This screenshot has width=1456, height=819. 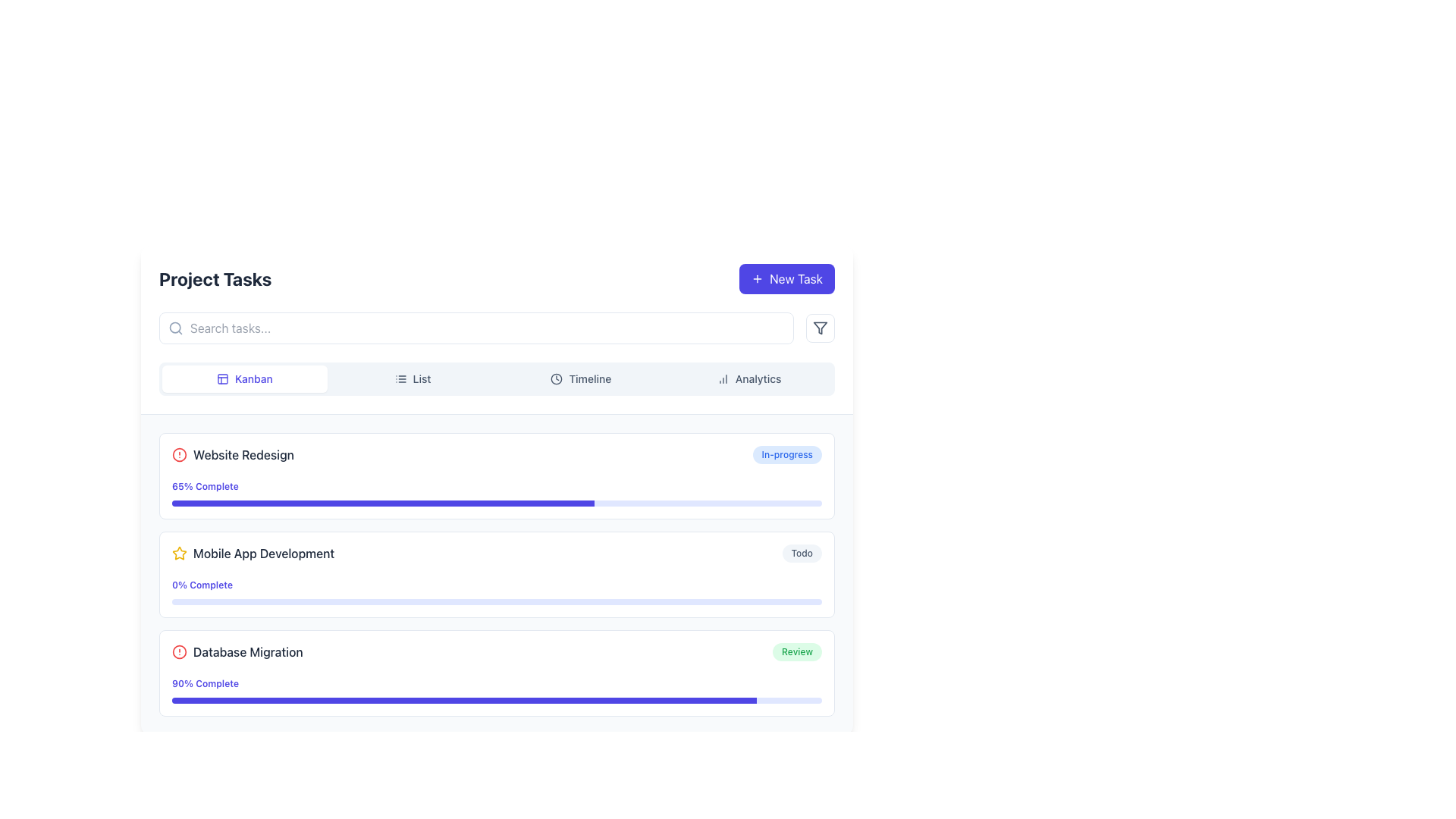 What do you see at coordinates (580, 378) in the screenshot?
I see `the third button in a horizontal list of four buttons near the top-center of the interface to switch to the Timeline view` at bounding box center [580, 378].